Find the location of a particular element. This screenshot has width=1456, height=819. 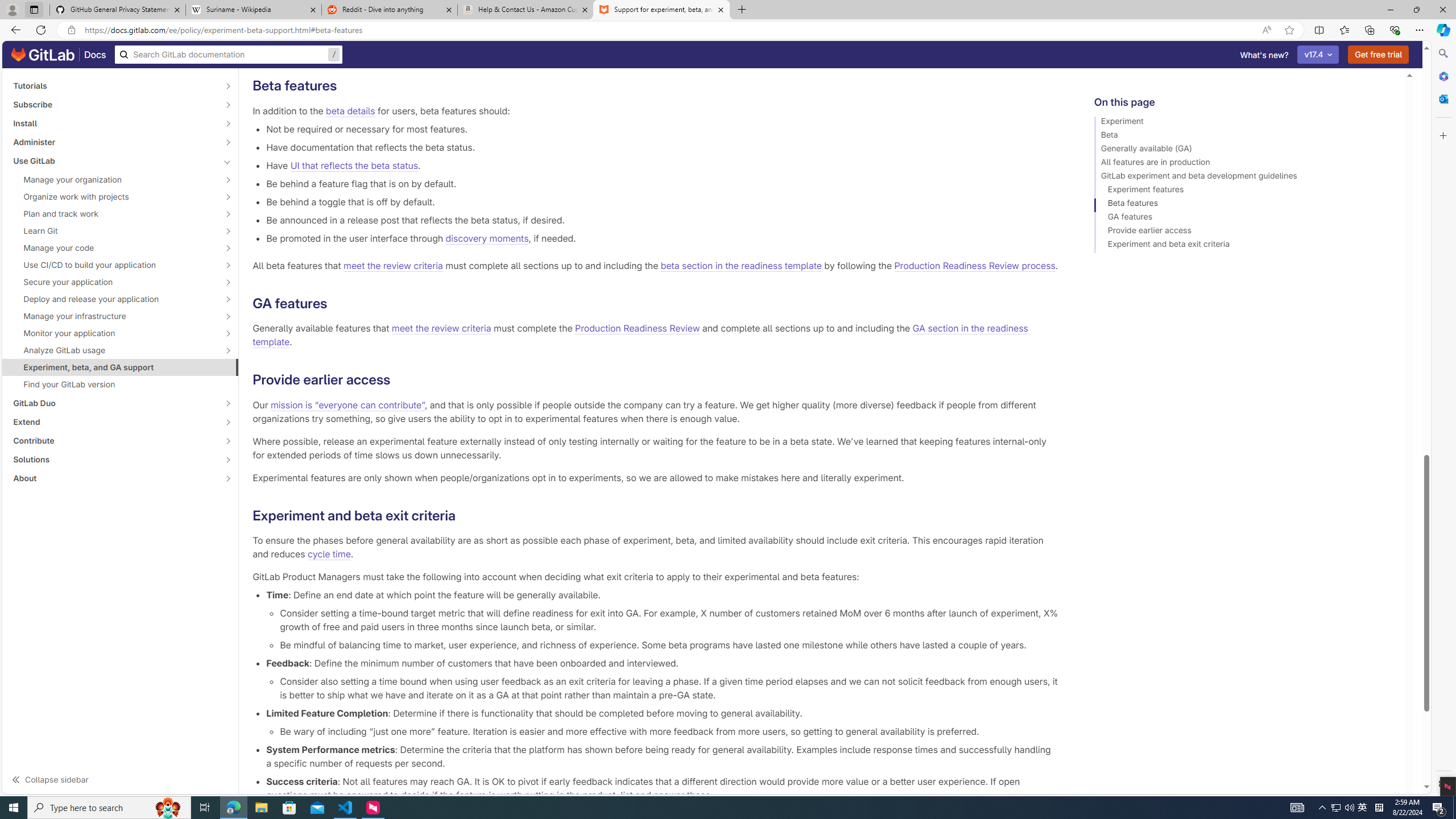

'All features are in production' is located at coordinates (1244, 163).